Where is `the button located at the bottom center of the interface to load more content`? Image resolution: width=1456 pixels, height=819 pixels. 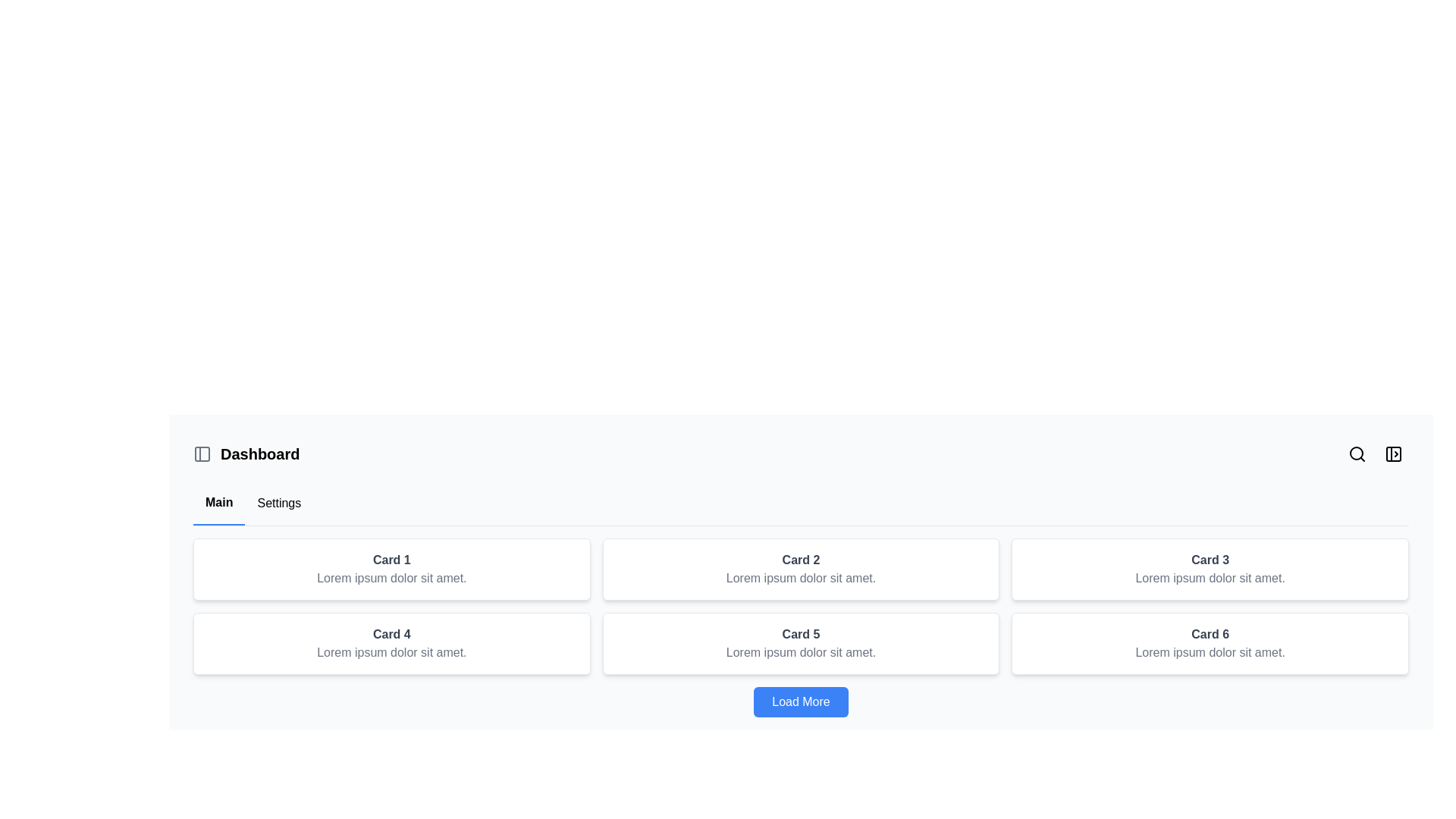
the button located at the bottom center of the interface to load more content is located at coordinates (800, 701).